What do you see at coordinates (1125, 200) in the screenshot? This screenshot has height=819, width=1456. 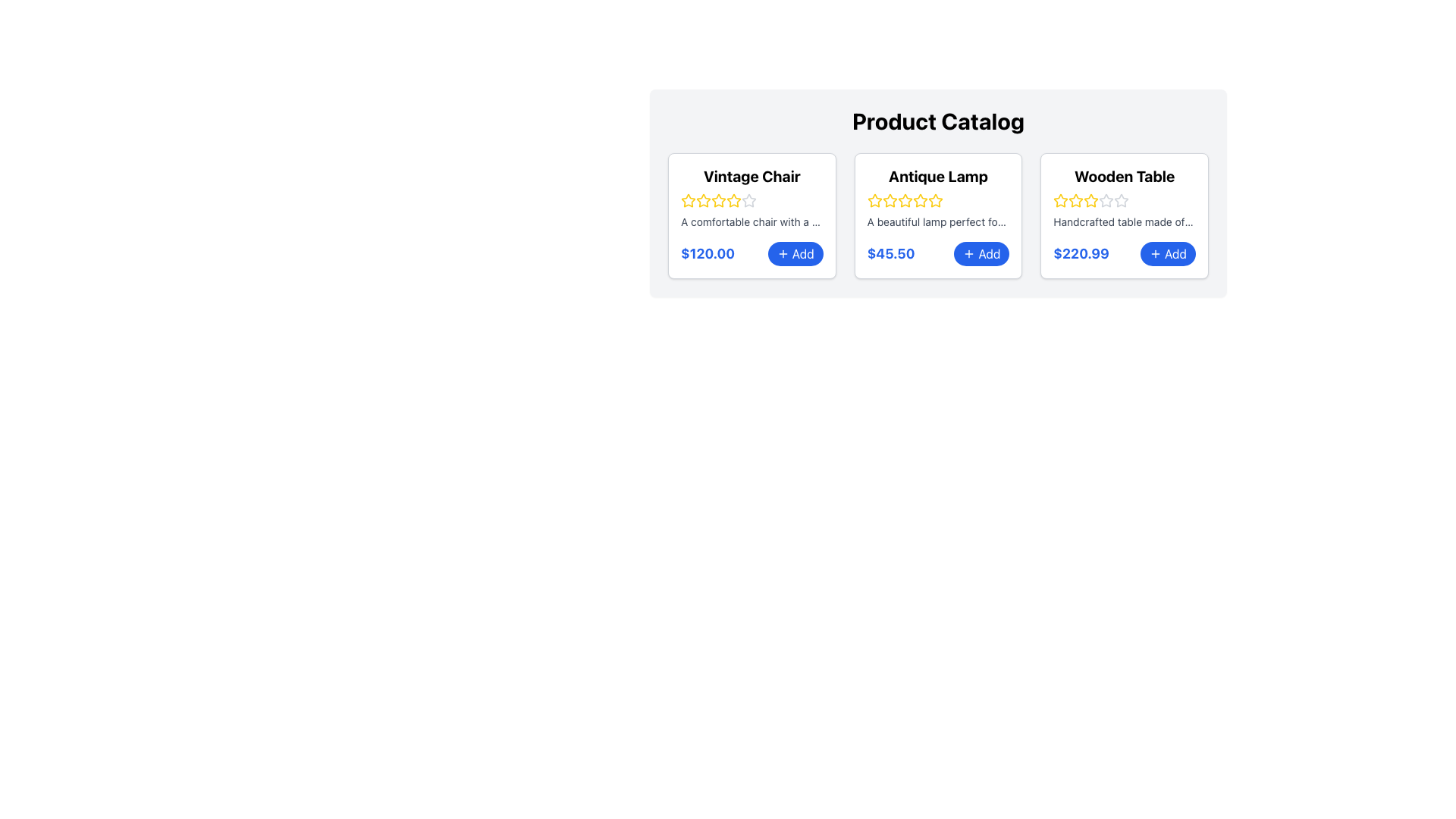 I see `the rating indicator located within the card titled 'Wooden Table', positioned just below the title and above the description text` at bounding box center [1125, 200].